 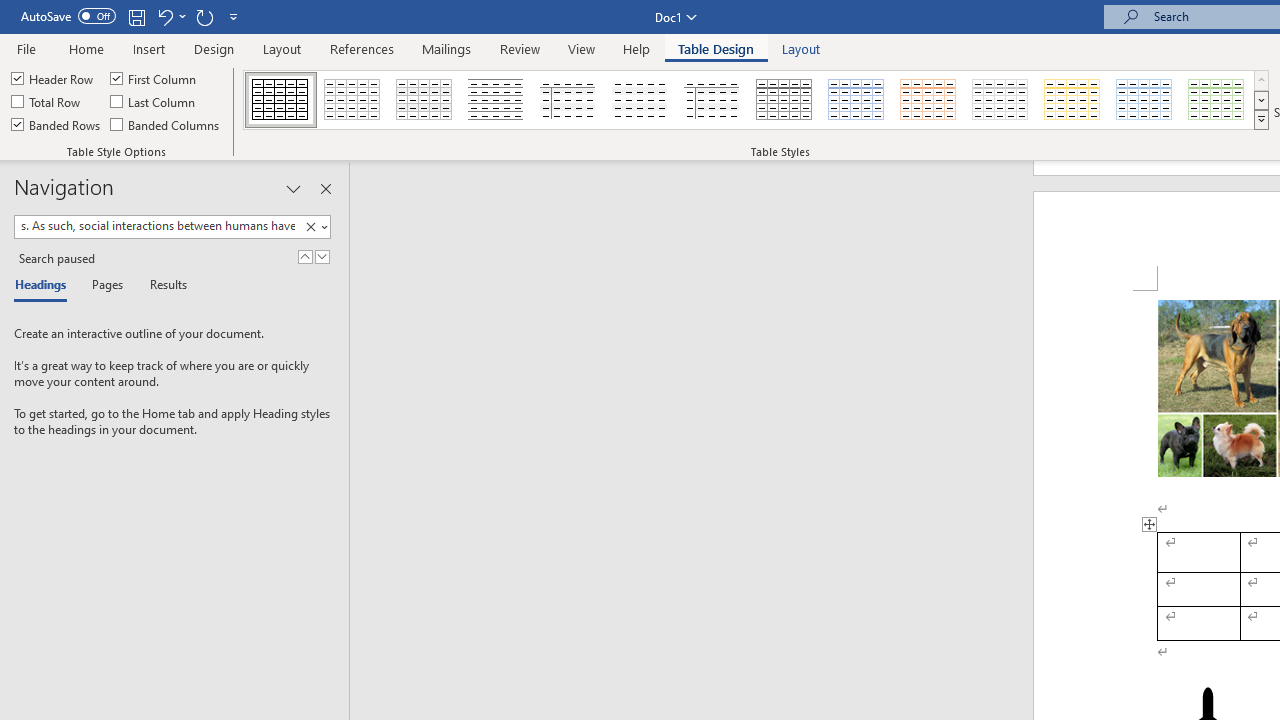 I want to click on 'Last Column', so click(x=153, y=101).